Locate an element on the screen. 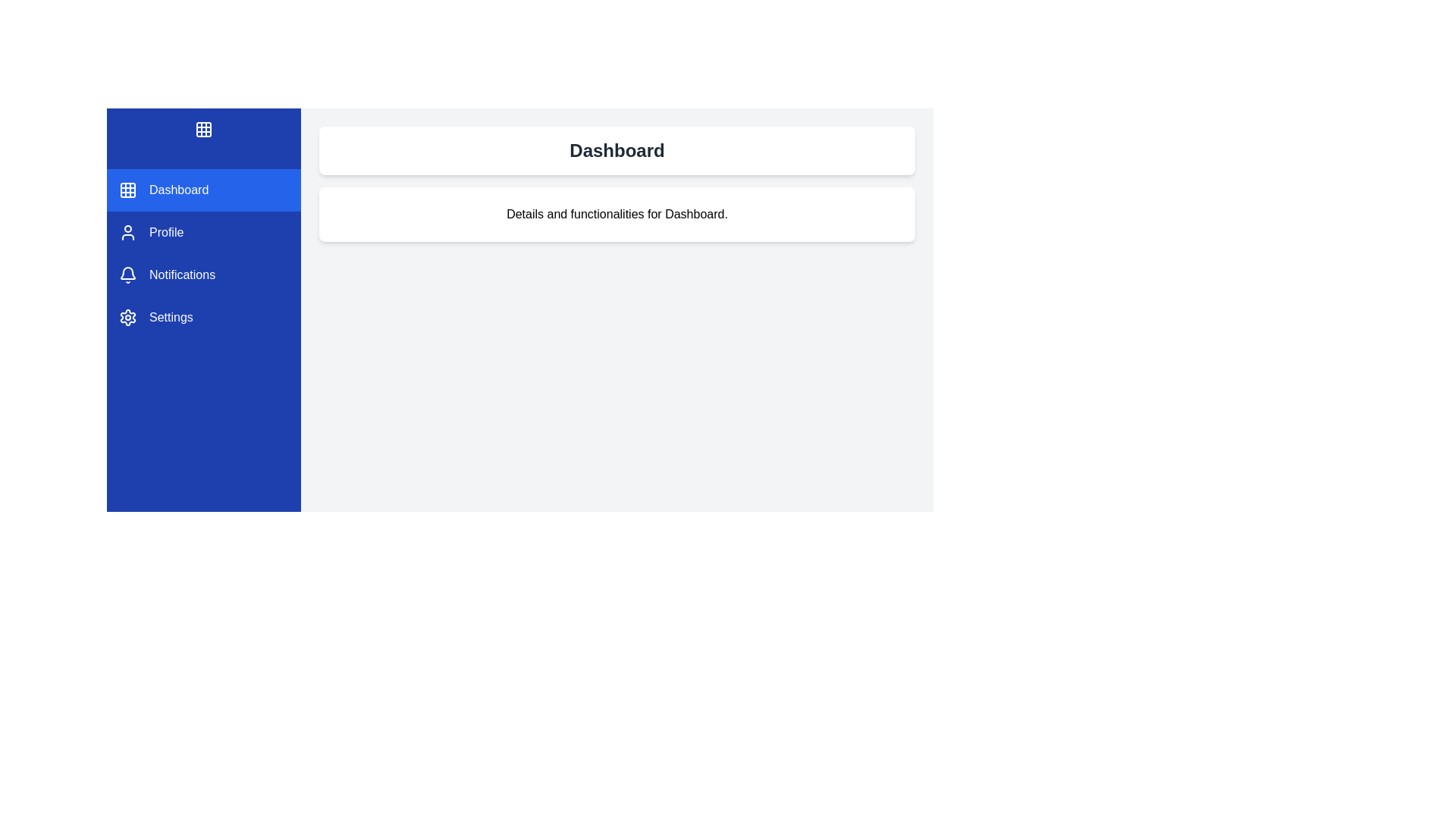  the grid icon in the vertical navigation bar, which is a 3x3 grid layout icon located at the top-left corner of the navigation panel above the 'Dashboard' menu item is located at coordinates (202, 128).